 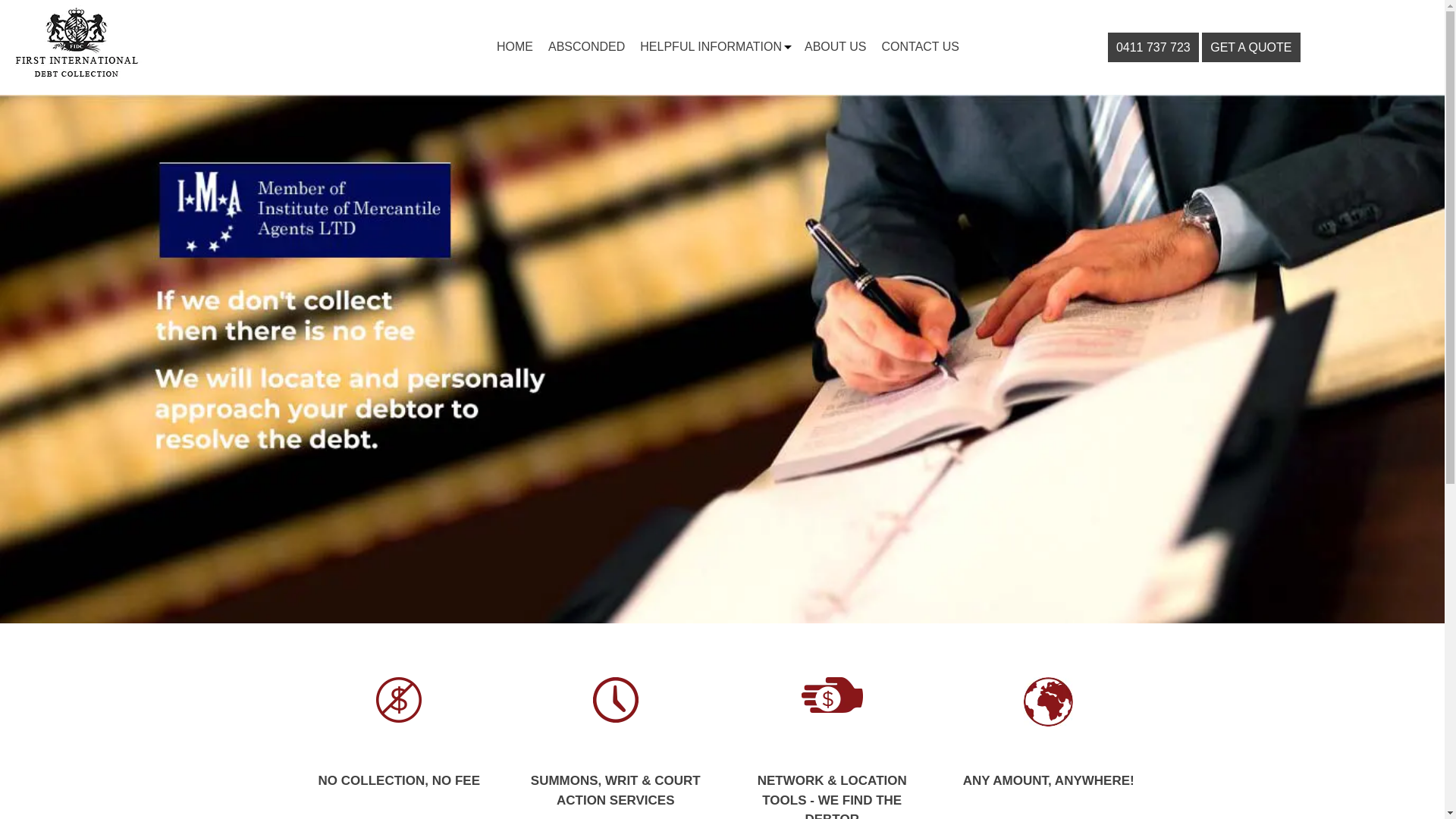 I want to click on 'CONTACT US', so click(x=919, y=45).